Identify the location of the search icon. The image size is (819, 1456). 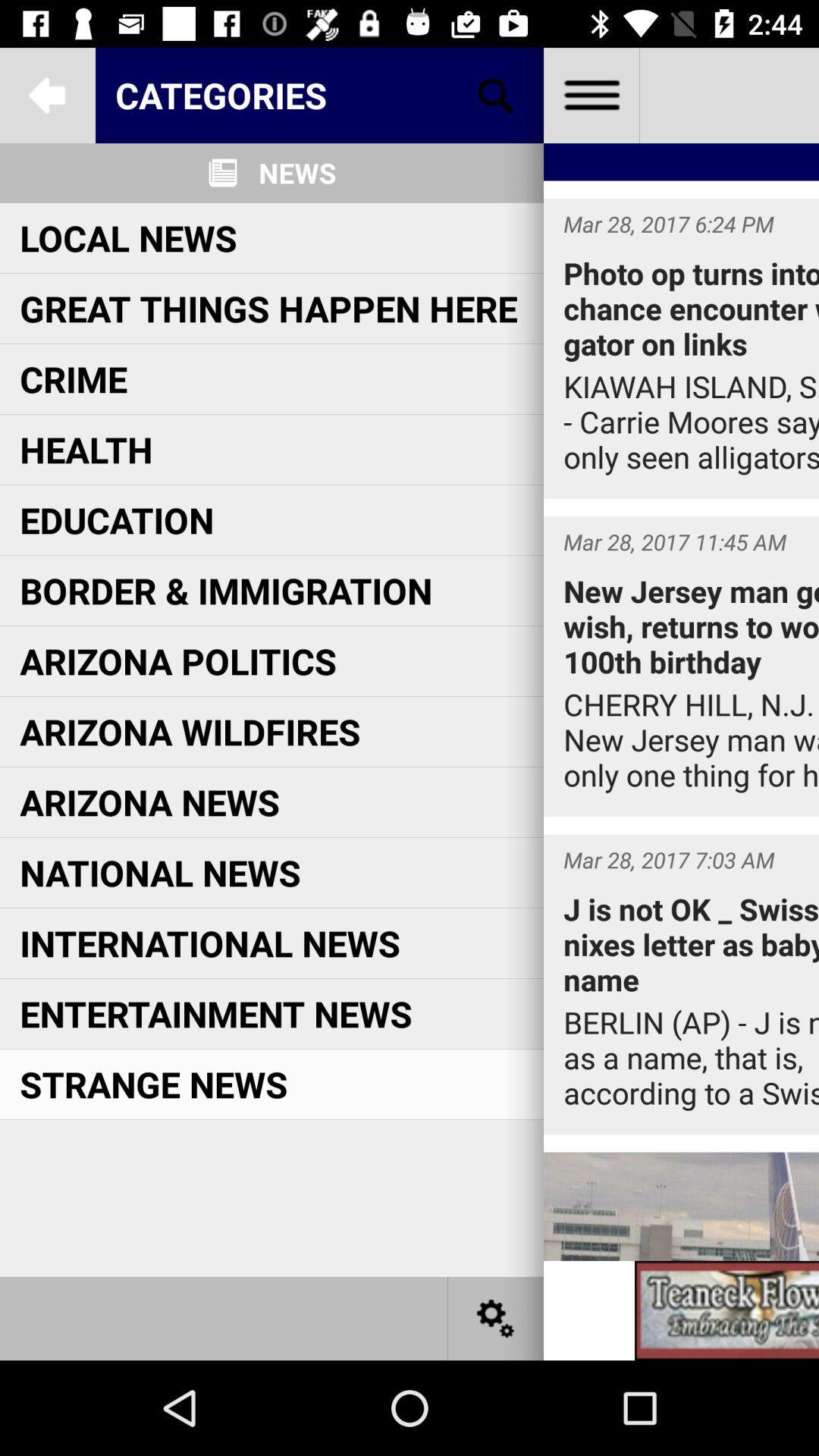
(496, 94).